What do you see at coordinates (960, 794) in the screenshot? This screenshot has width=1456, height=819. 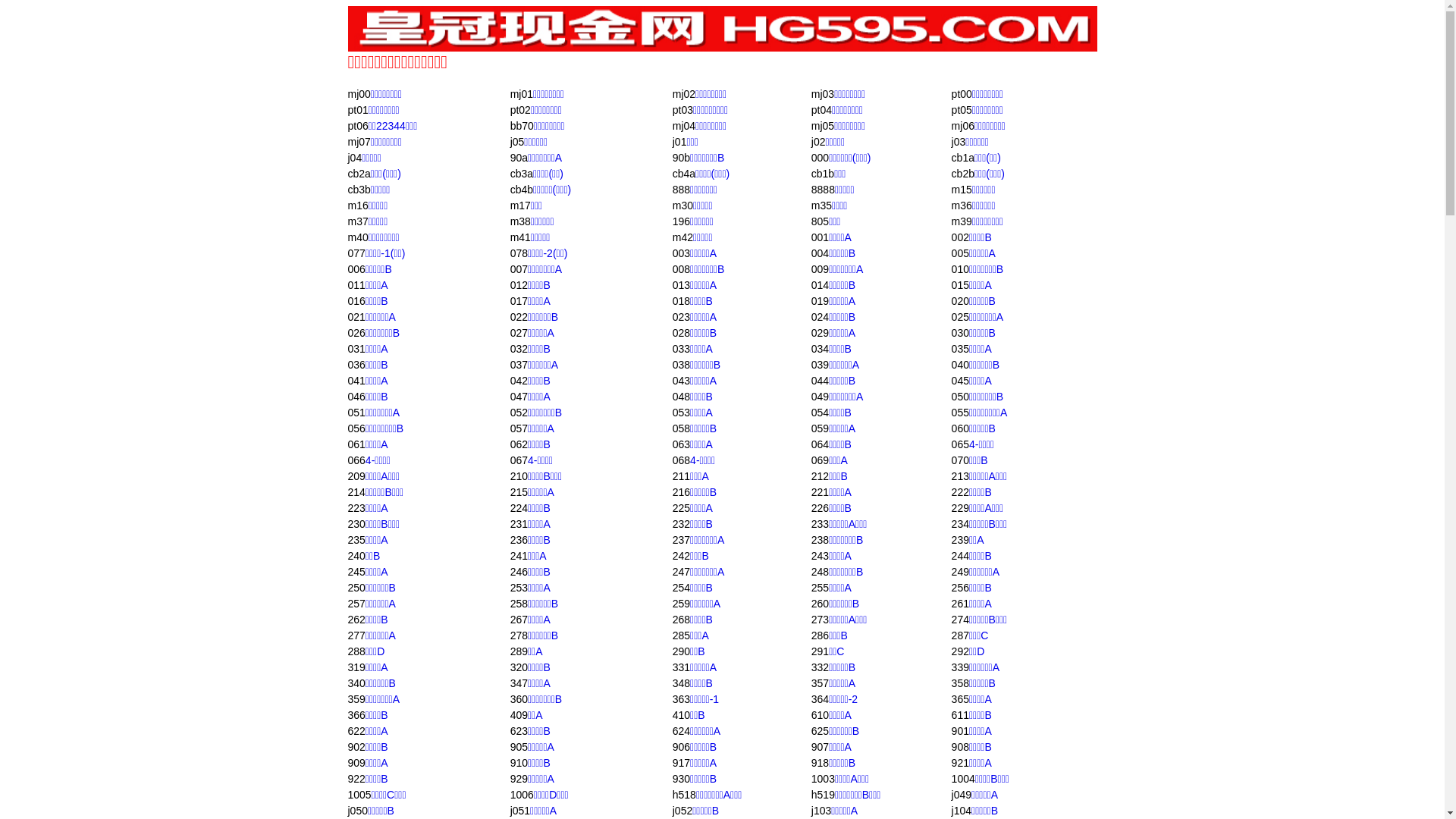 I see `'j049'` at bounding box center [960, 794].